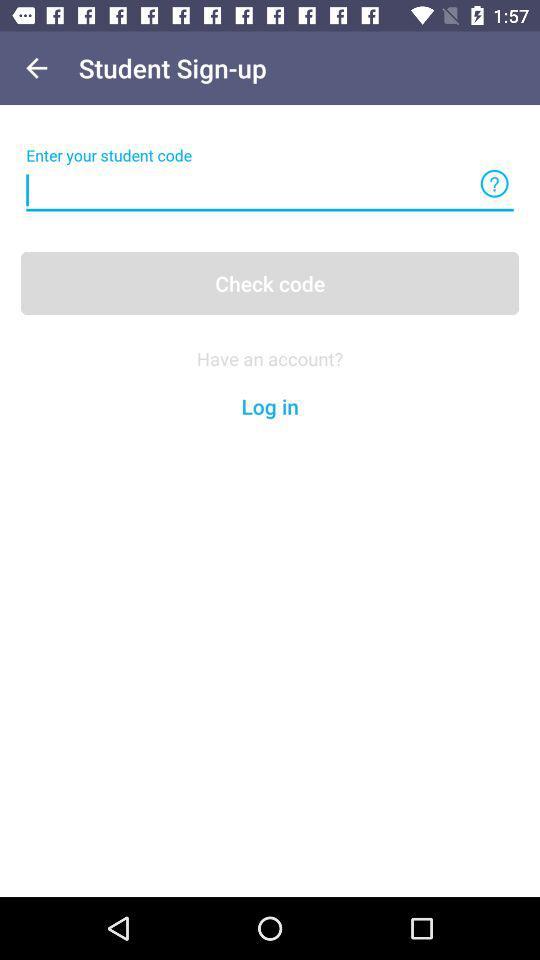  I want to click on the help icon, so click(493, 183).